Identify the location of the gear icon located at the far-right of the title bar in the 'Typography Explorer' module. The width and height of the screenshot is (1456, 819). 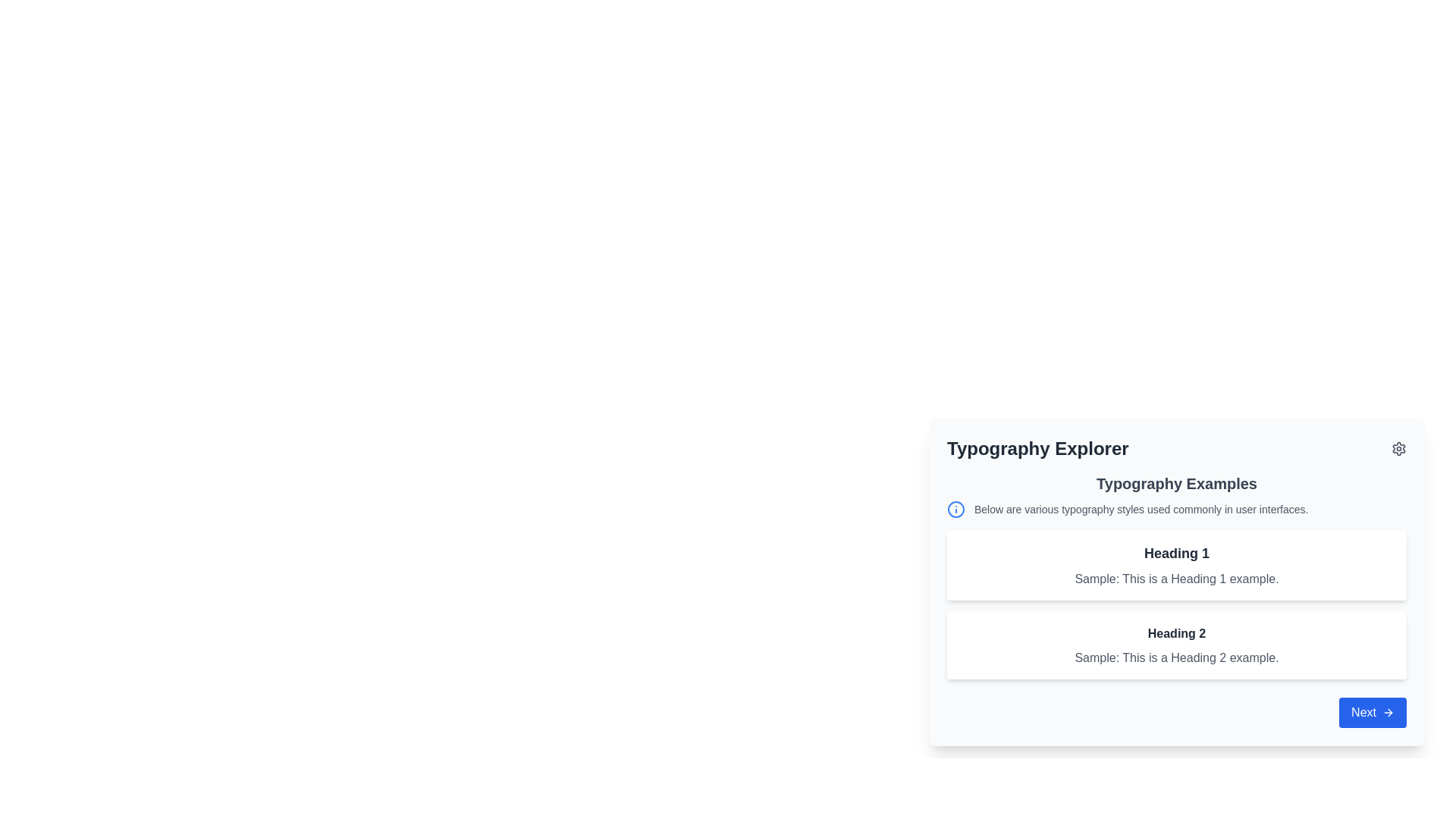
(1398, 447).